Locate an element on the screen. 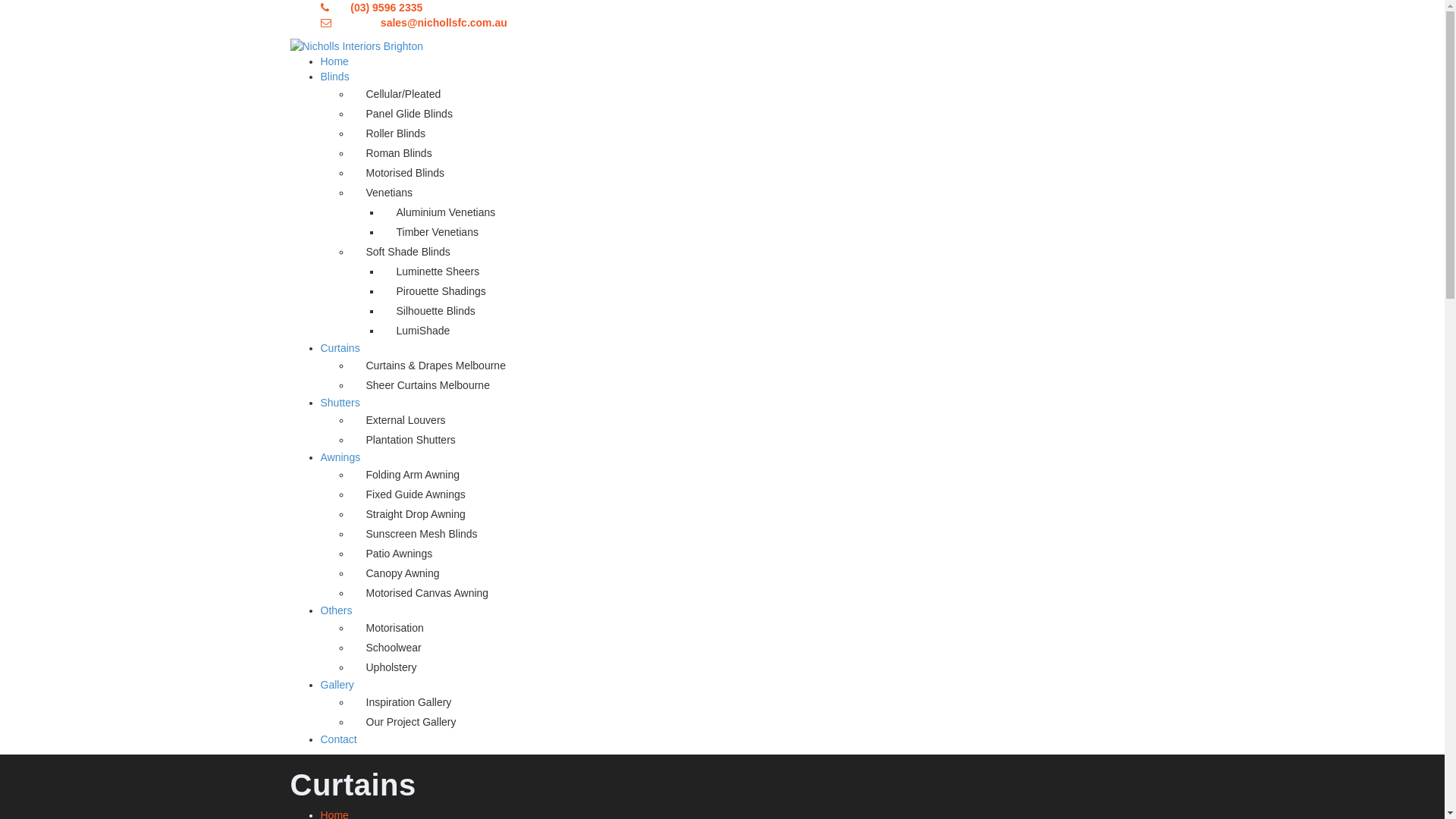 The height and width of the screenshot is (819, 1456). 'Blinds' is located at coordinates (334, 76).